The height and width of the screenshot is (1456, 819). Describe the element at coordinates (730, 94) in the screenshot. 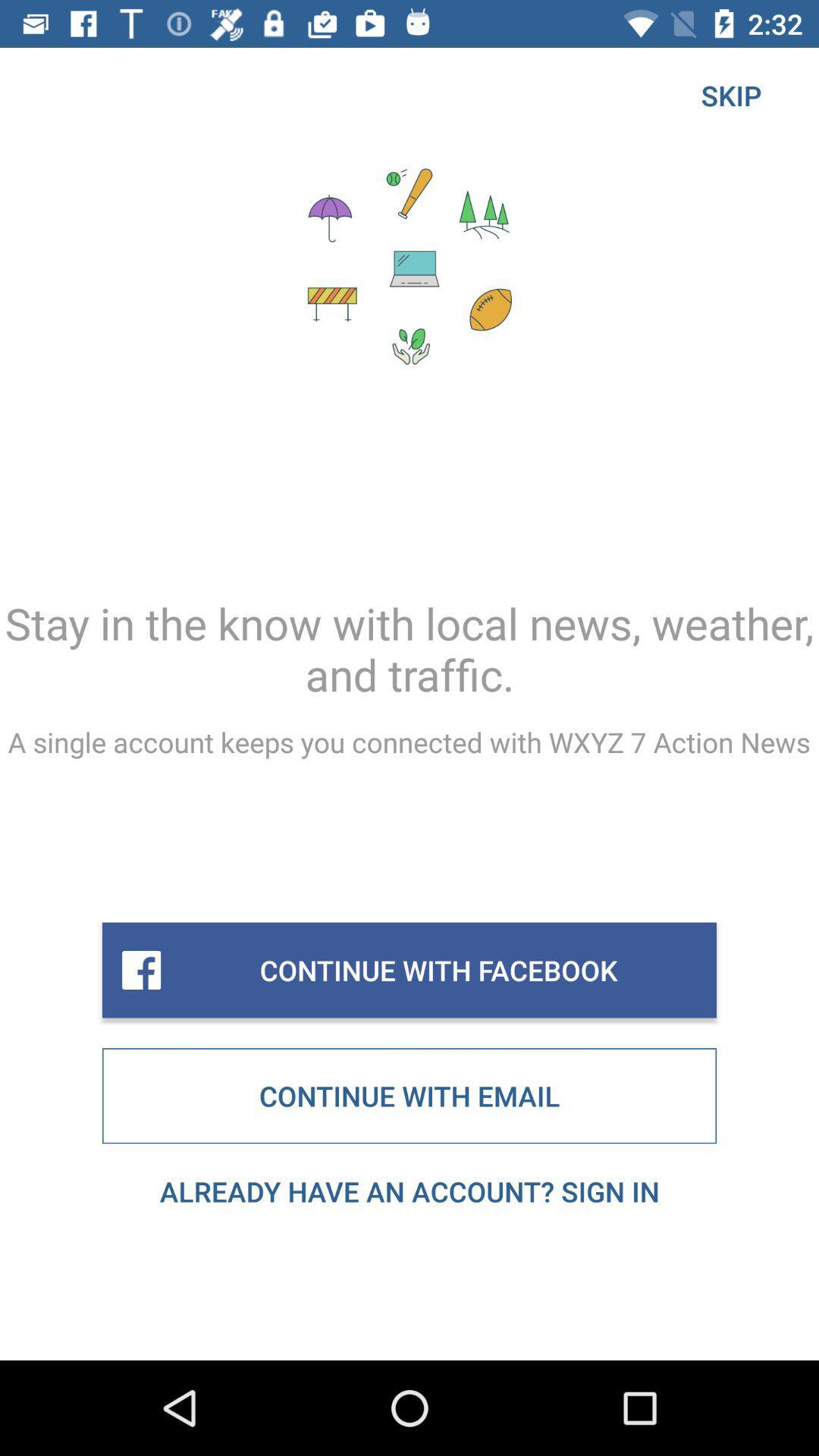

I see `the item above stay in the` at that location.